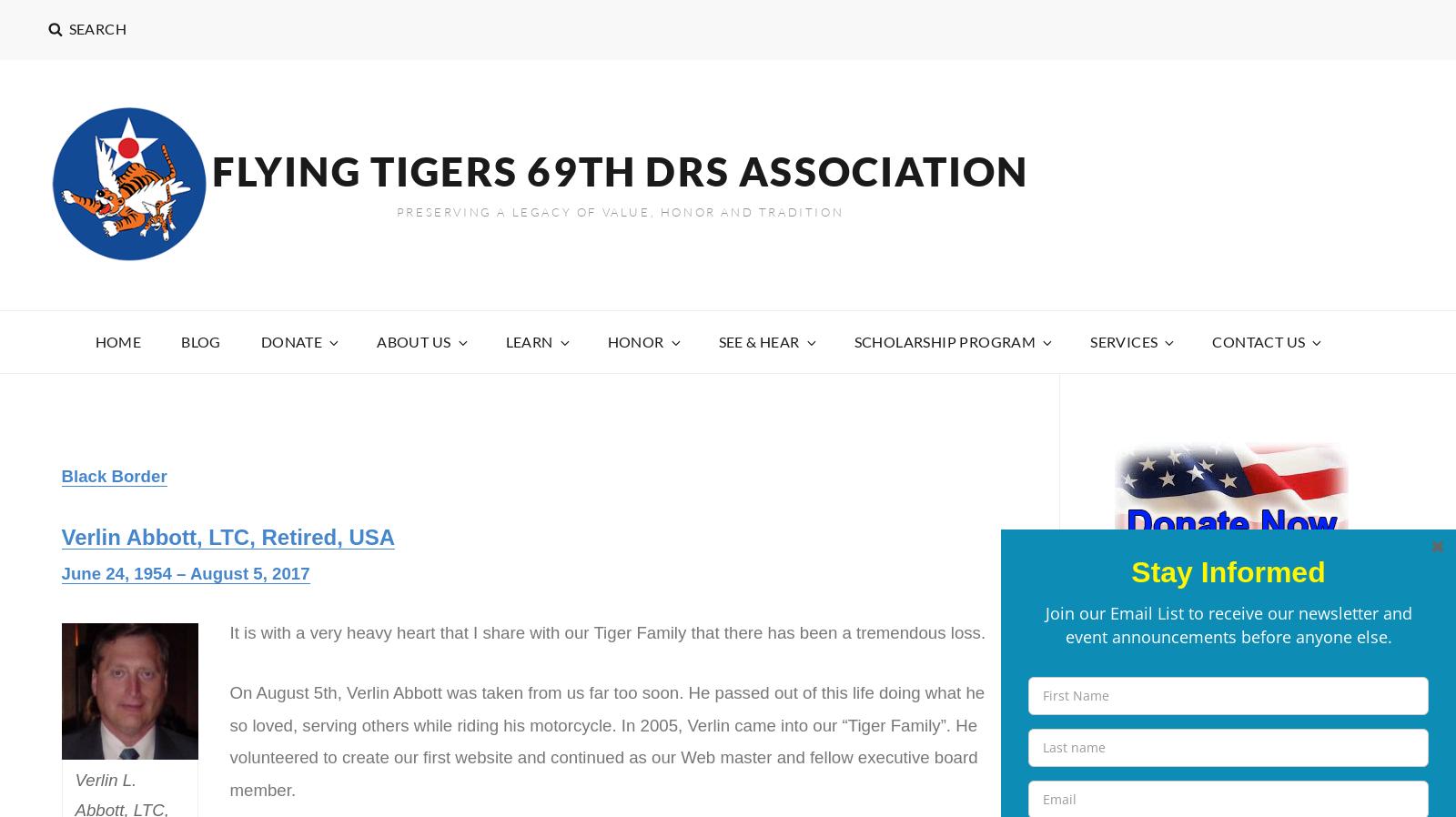  Describe the element at coordinates (757, 340) in the screenshot. I see `'SEE & HEAR'` at that location.